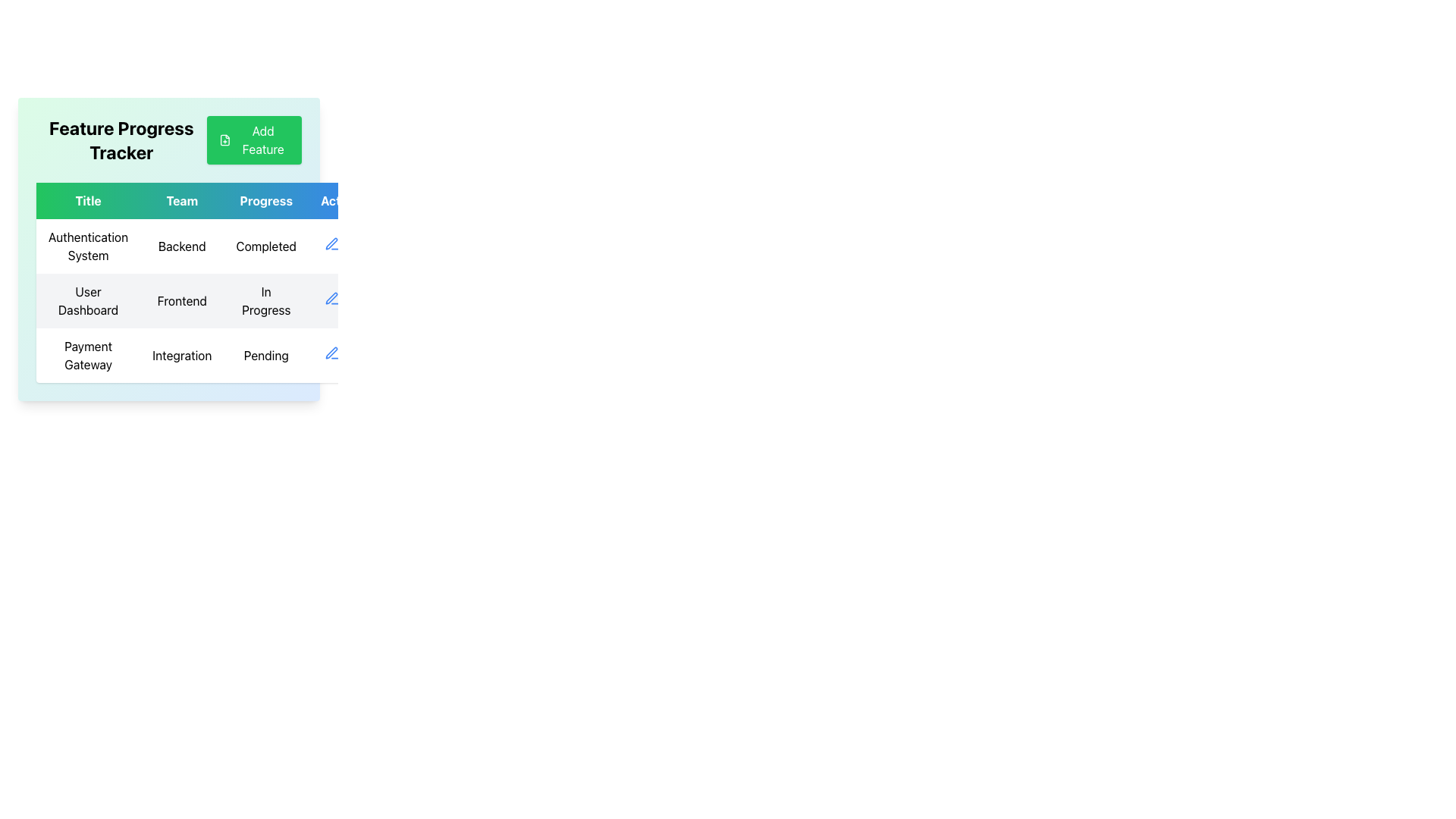 This screenshot has width=1456, height=819. What do you see at coordinates (331, 298) in the screenshot?
I see `the action trigger icon for the 'User Dashboard' row in the rightmost column under the 'Action' header` at bounding box center [331, 298].